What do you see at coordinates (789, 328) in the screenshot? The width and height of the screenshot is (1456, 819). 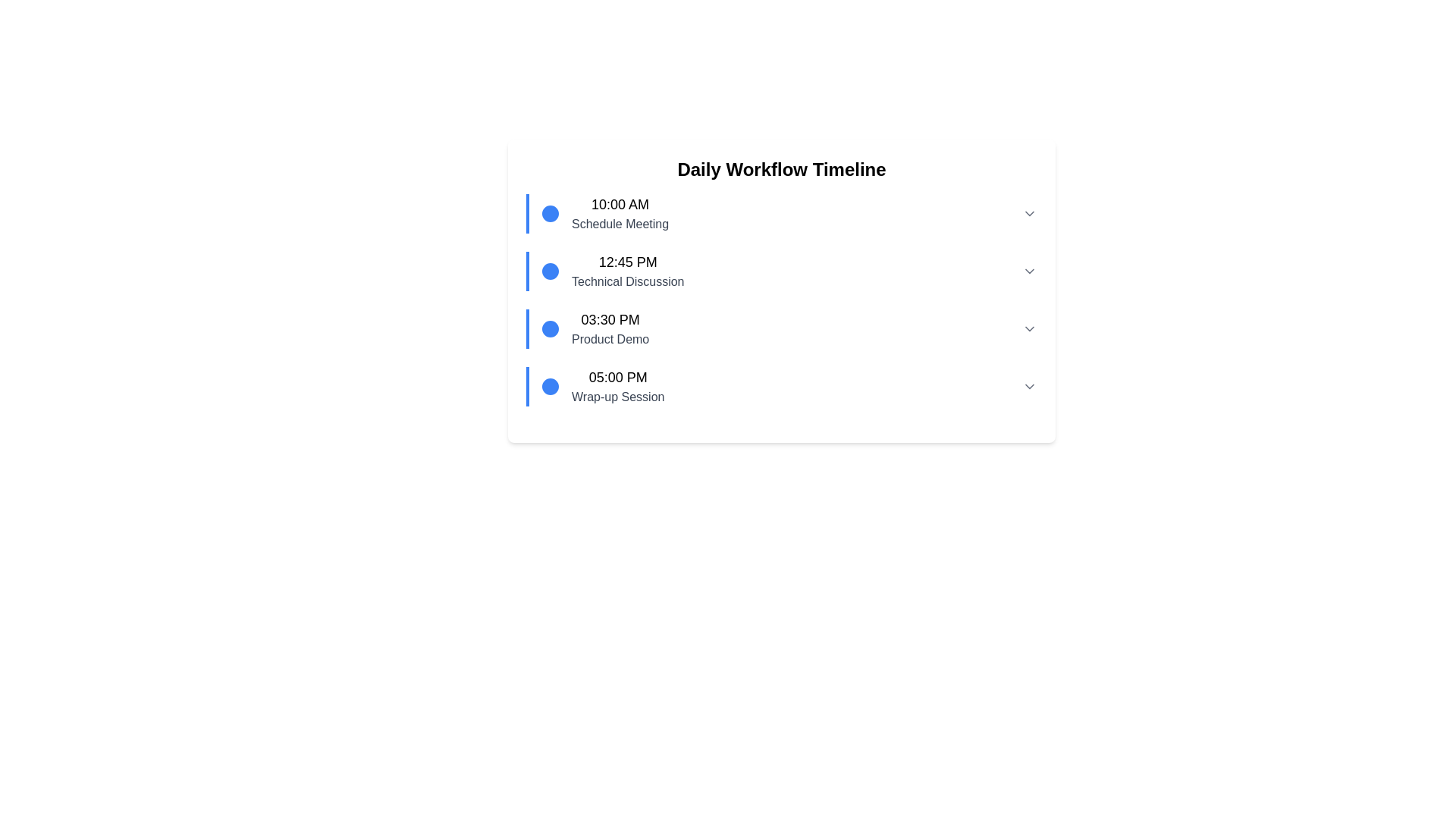 I see `the third timeline entry displaying the time and title of an event, which allows users to expand its details using the dropdown arrow` at bounding box center [789, 328].